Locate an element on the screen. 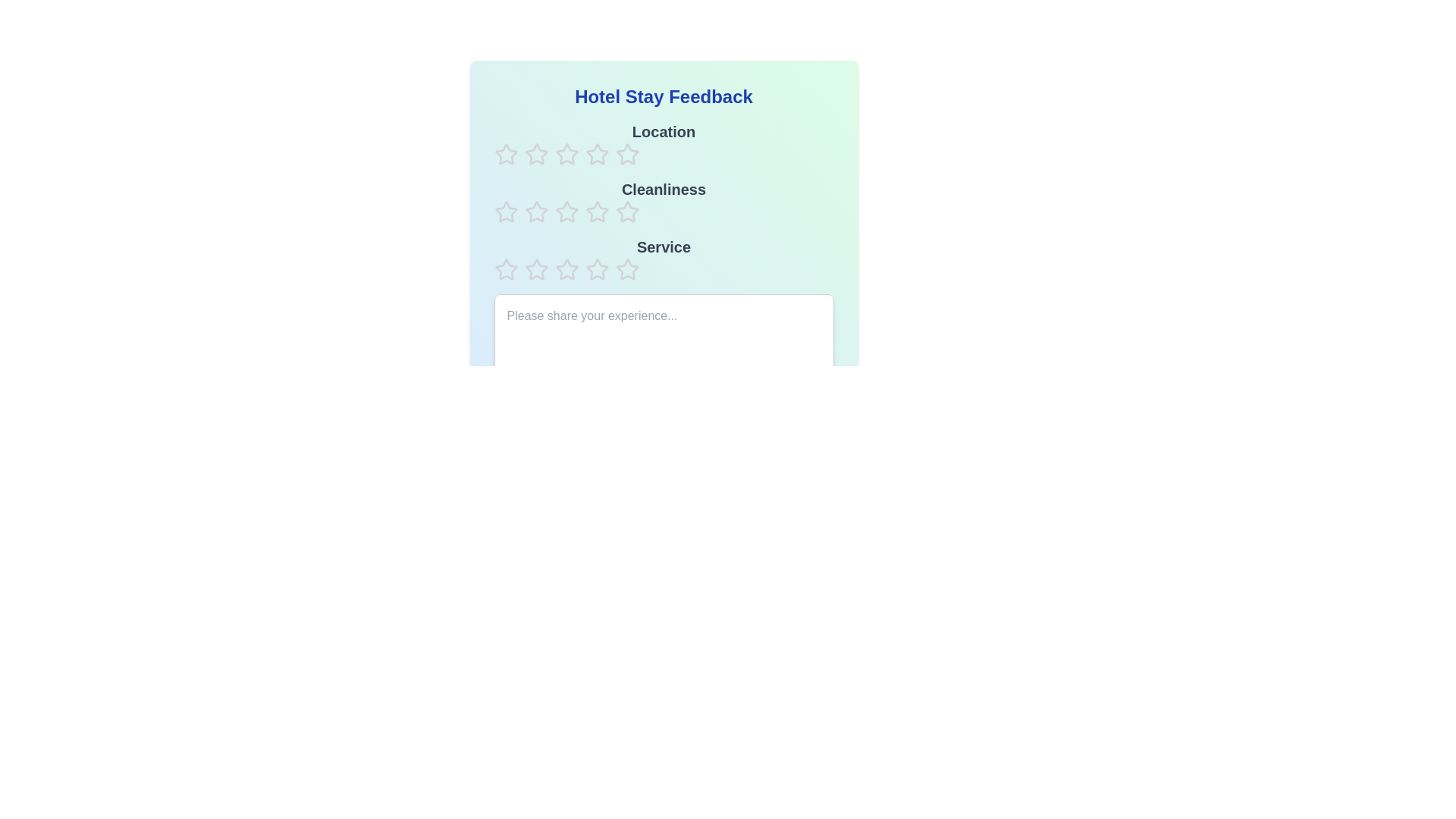 The width and height of the screenshot is (1456, 819). the first star-shaped icon in the rating row for the 'Service' category in the 'Hotel Stay Feedback' interface to allow for keyboard interaction is located at coordinates (506, 268).